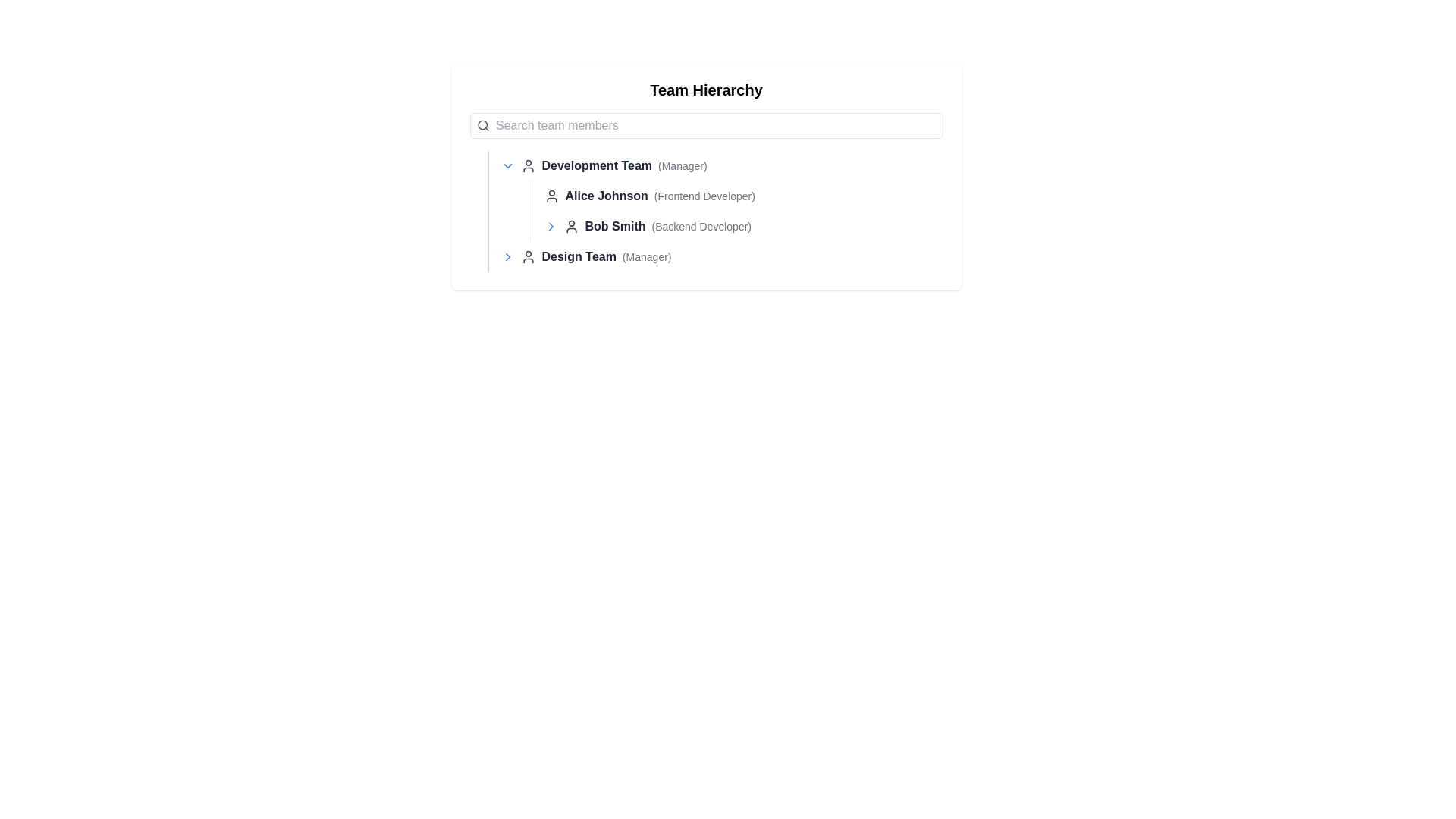  What do you see at coordinates (743, 227) in the screenshot?
I see `the text label displaying 'Bob Smith (Backend Developer)'` at bounding box center [743, 227].